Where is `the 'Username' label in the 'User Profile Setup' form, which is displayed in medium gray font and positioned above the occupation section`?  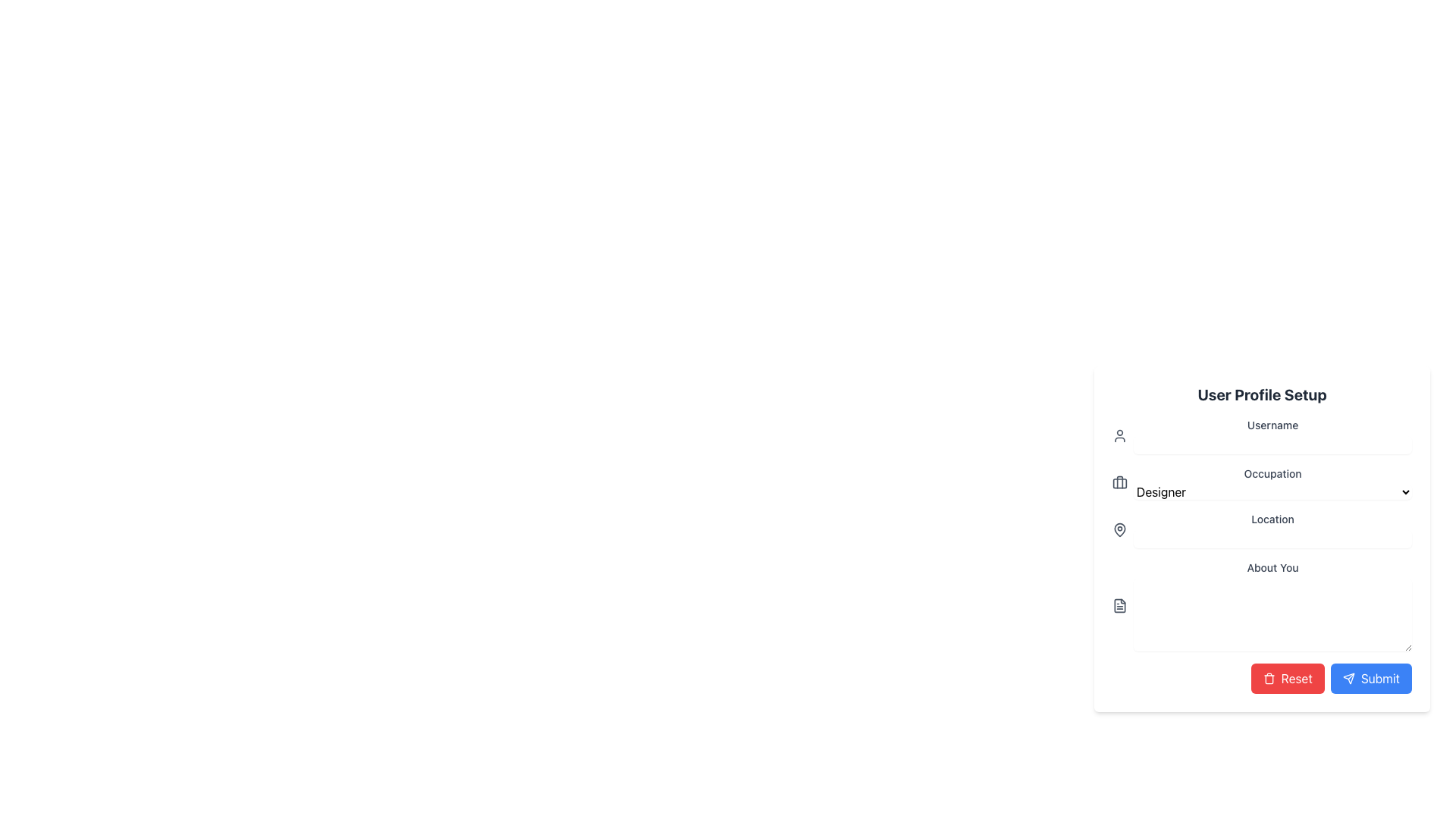
the 'Username' label in the 'User Profile Setup' form, which is displayed in medium gray font and positioned above the occupation section is located at coordinates (1272, 435).